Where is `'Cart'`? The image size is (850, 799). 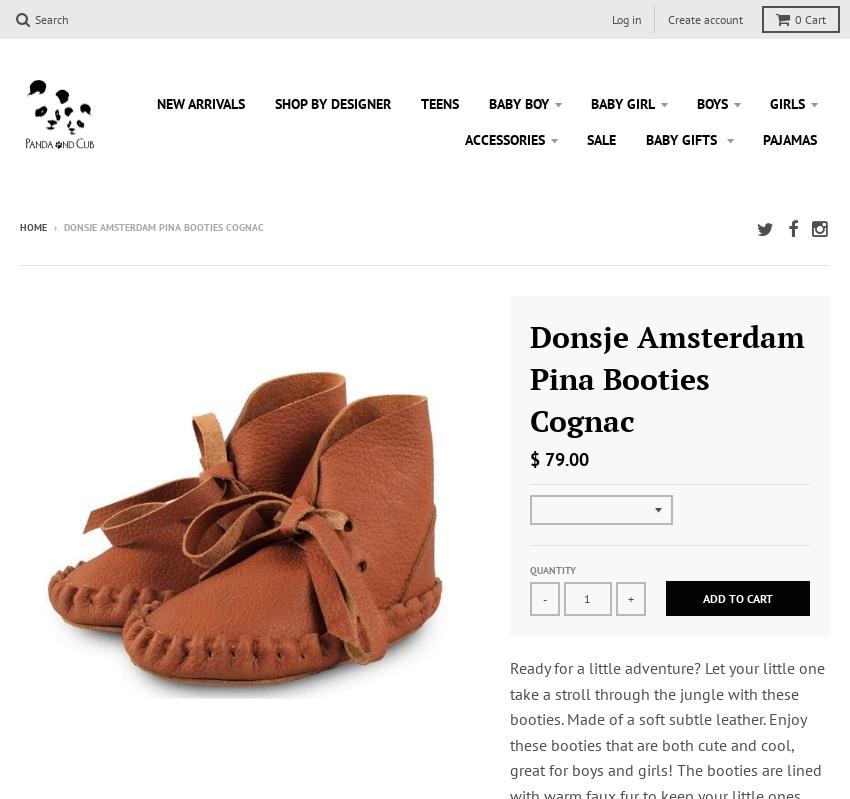 'Cart' is located at coordinates (813, 19).